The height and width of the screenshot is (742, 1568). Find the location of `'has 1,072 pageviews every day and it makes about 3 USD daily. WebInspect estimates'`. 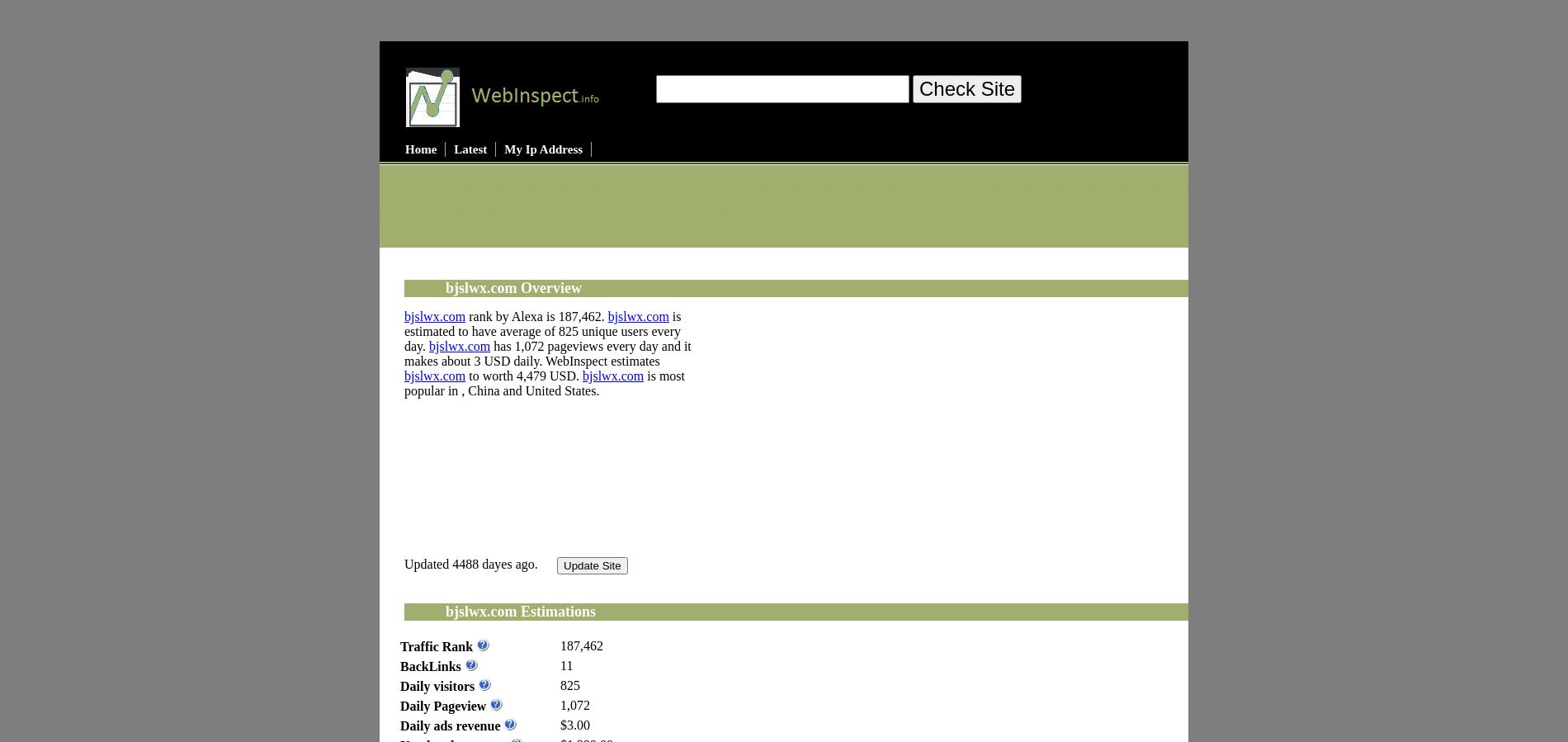

'has 1,072 pageviews every day and it makes about 3 USD daily. WebInspect estimates' is located at coordinates (547, 352).